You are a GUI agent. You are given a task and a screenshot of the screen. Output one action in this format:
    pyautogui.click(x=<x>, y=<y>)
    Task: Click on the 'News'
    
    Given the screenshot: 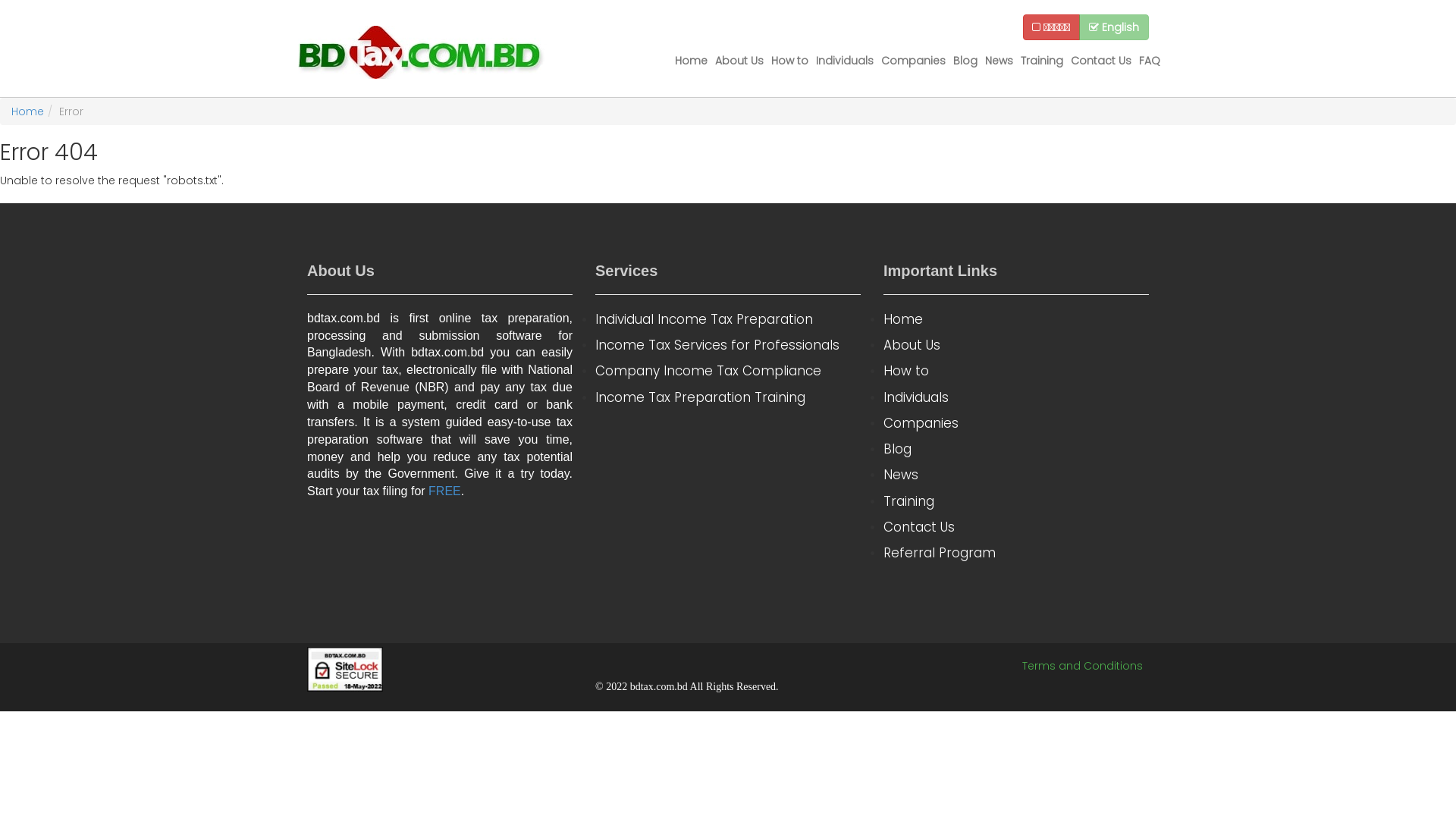 What is the action you would take?
    pyautogui.click(x=999, y=60)
    